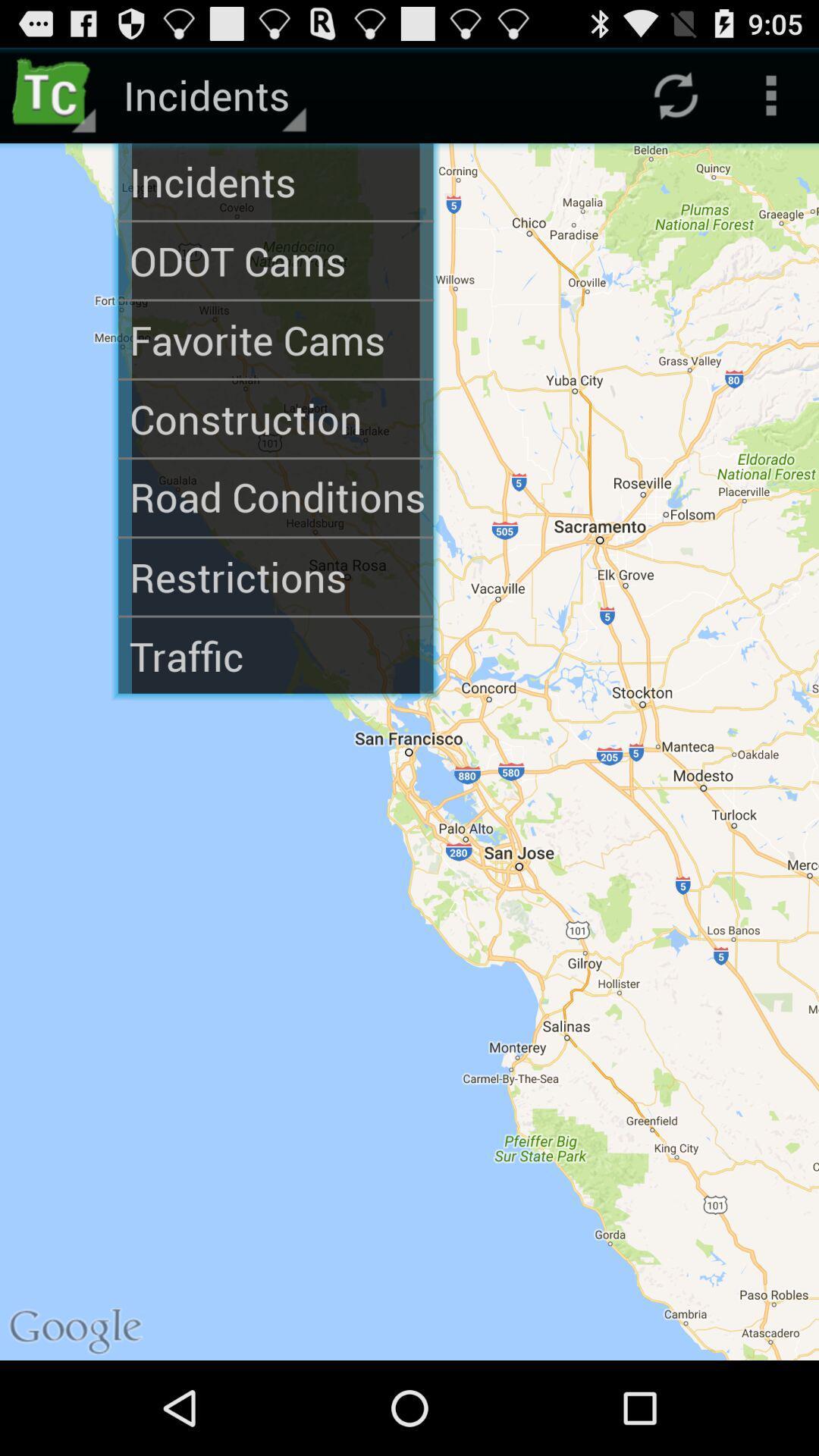 The width and height of the screenshot is (819, 1456). Describe the element at coordinates (275, 497) in the screenshot. I see `the road conditions icon` at that location.